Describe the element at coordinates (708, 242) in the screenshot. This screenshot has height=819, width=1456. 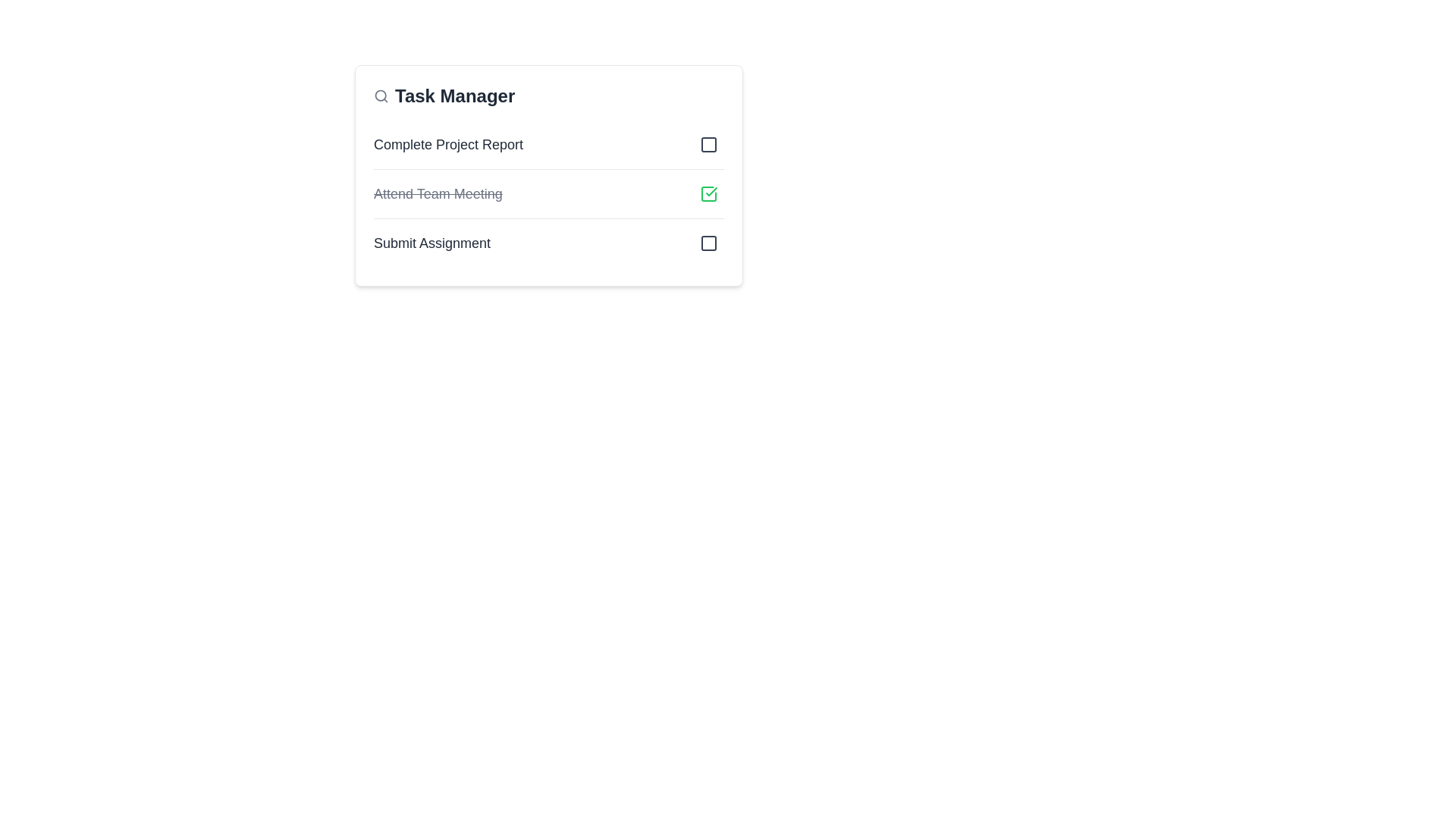
I see `the checkbox or toggle indicator for the 'Submit Assignment' task, which is the third icon in the Task Manager list` at that location.